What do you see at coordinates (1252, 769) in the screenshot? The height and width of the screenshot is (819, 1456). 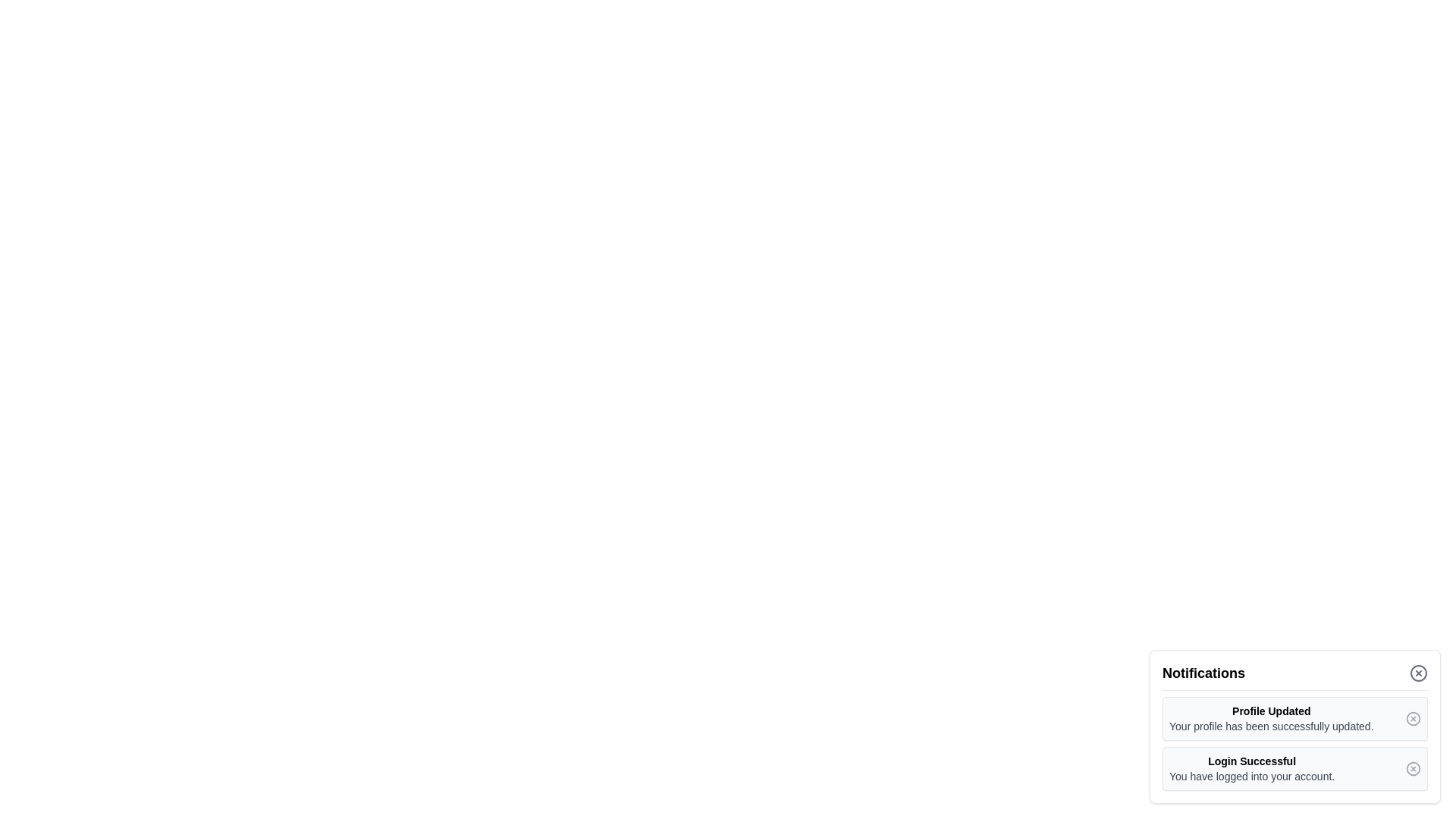 I see `text content of the notification message indicating successful login, which is the second notification in the notification panel` at bounding box center [1252, 769].